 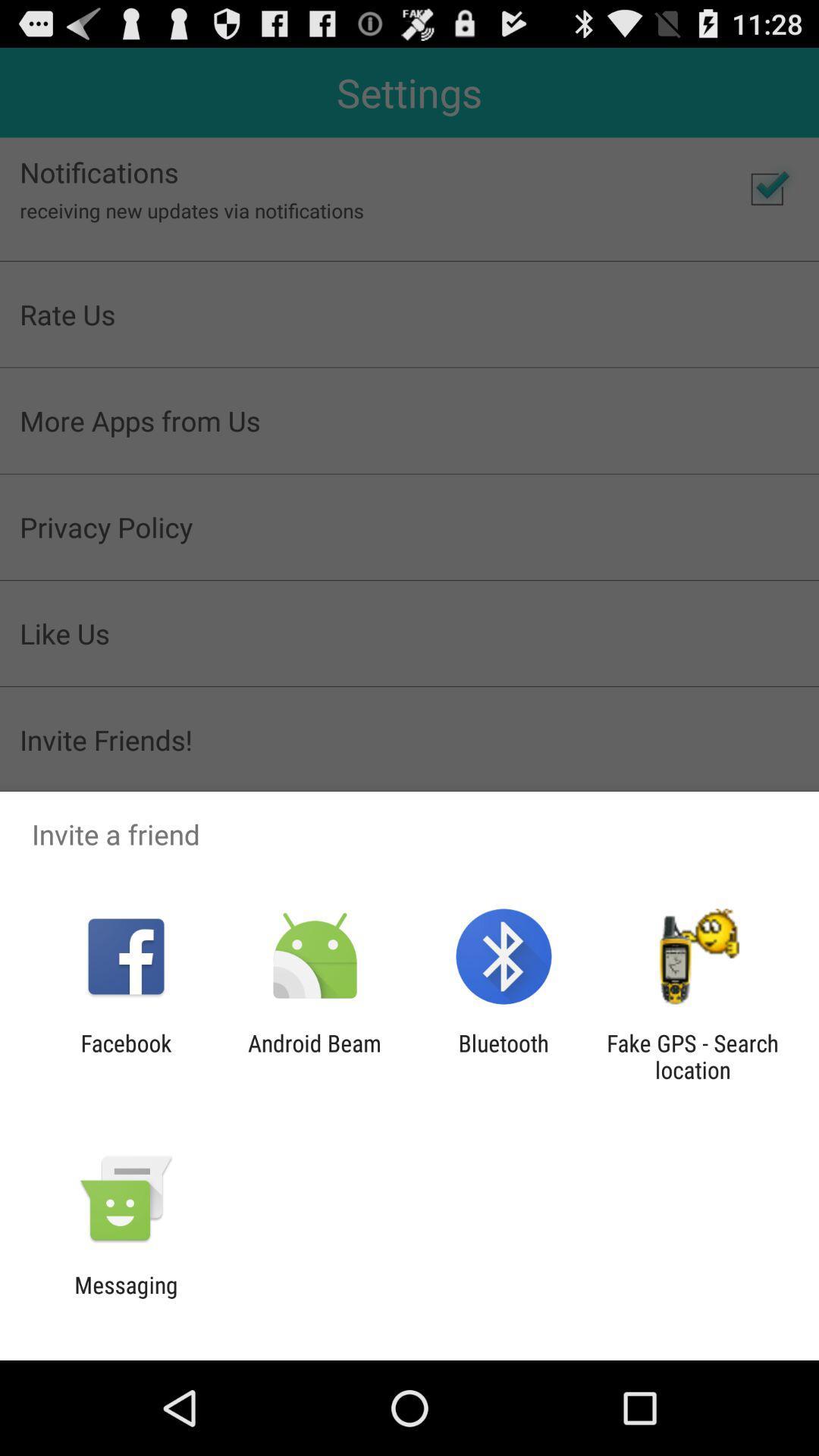 What do you see at coordinates (314, 1056) in the screenshot?
I see `the app next to bluetooth item` at bounding box center [314, 1056].